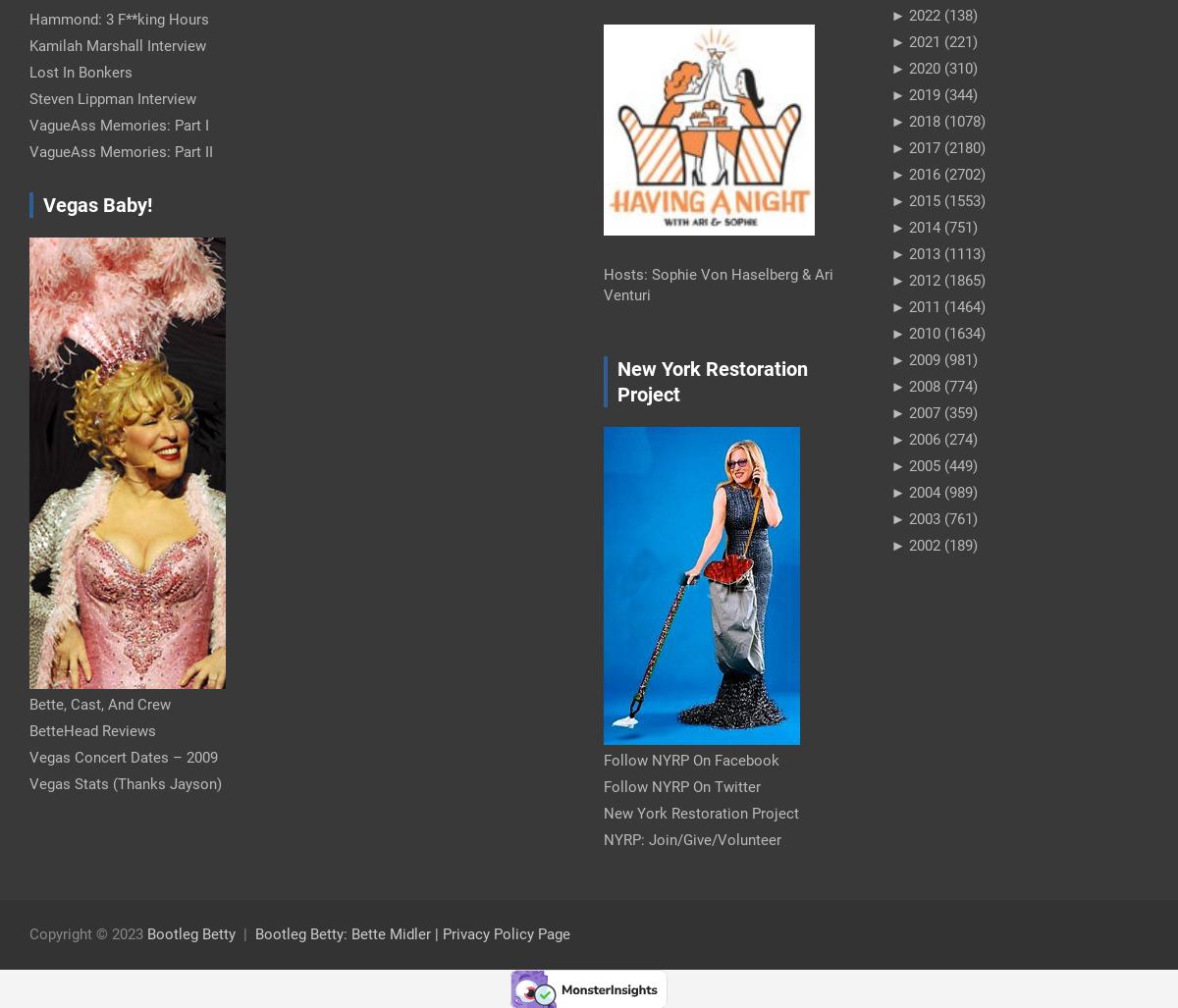 Image resolution: width=1178 pixels, height=1008 pixels. What do you see at coordinates (959, 437) in the screenshot?
I see `'(274)'` at bounding box center [959, 437].